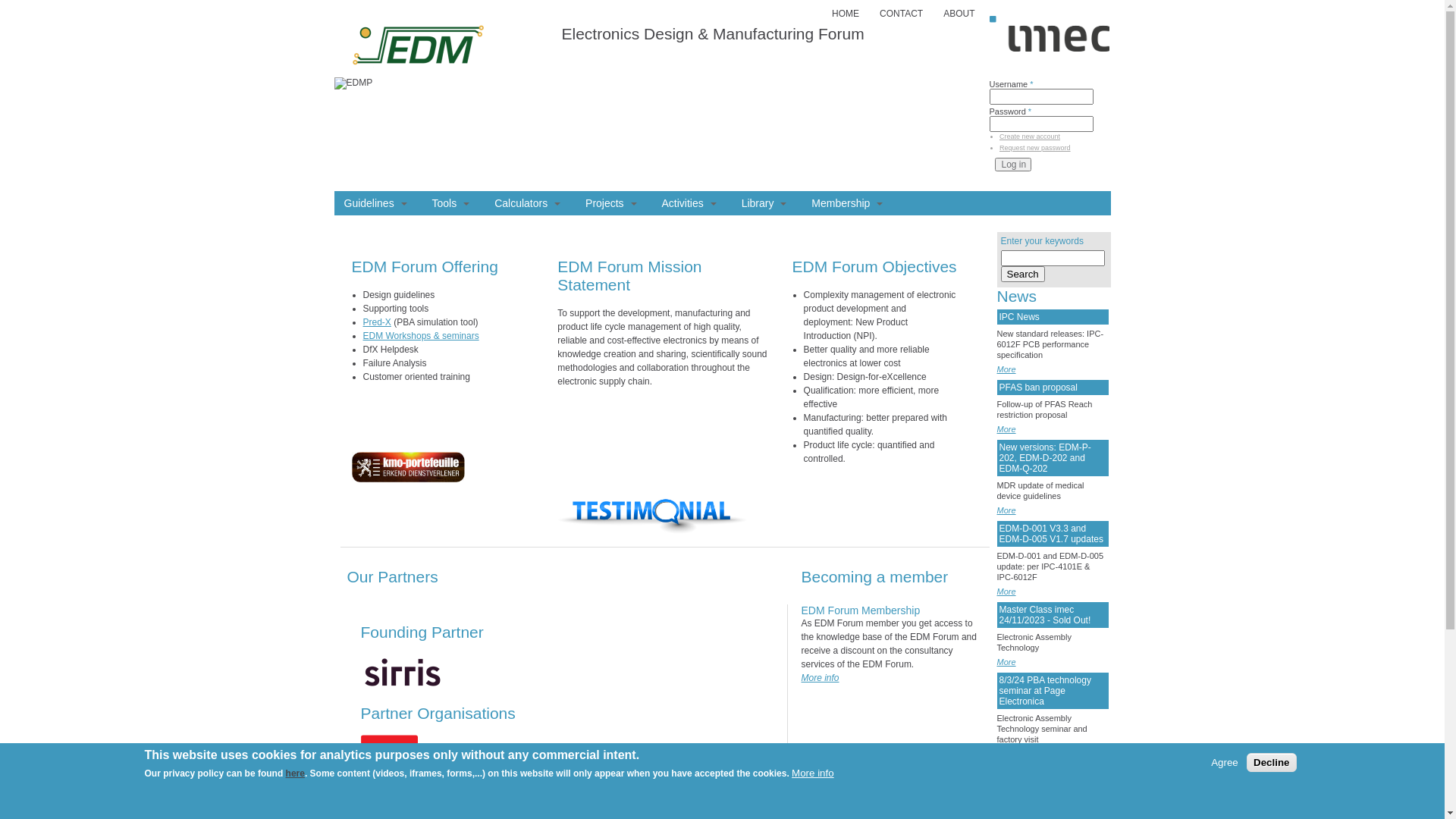  I want to click on 'Create new account', so click(1030, 136).